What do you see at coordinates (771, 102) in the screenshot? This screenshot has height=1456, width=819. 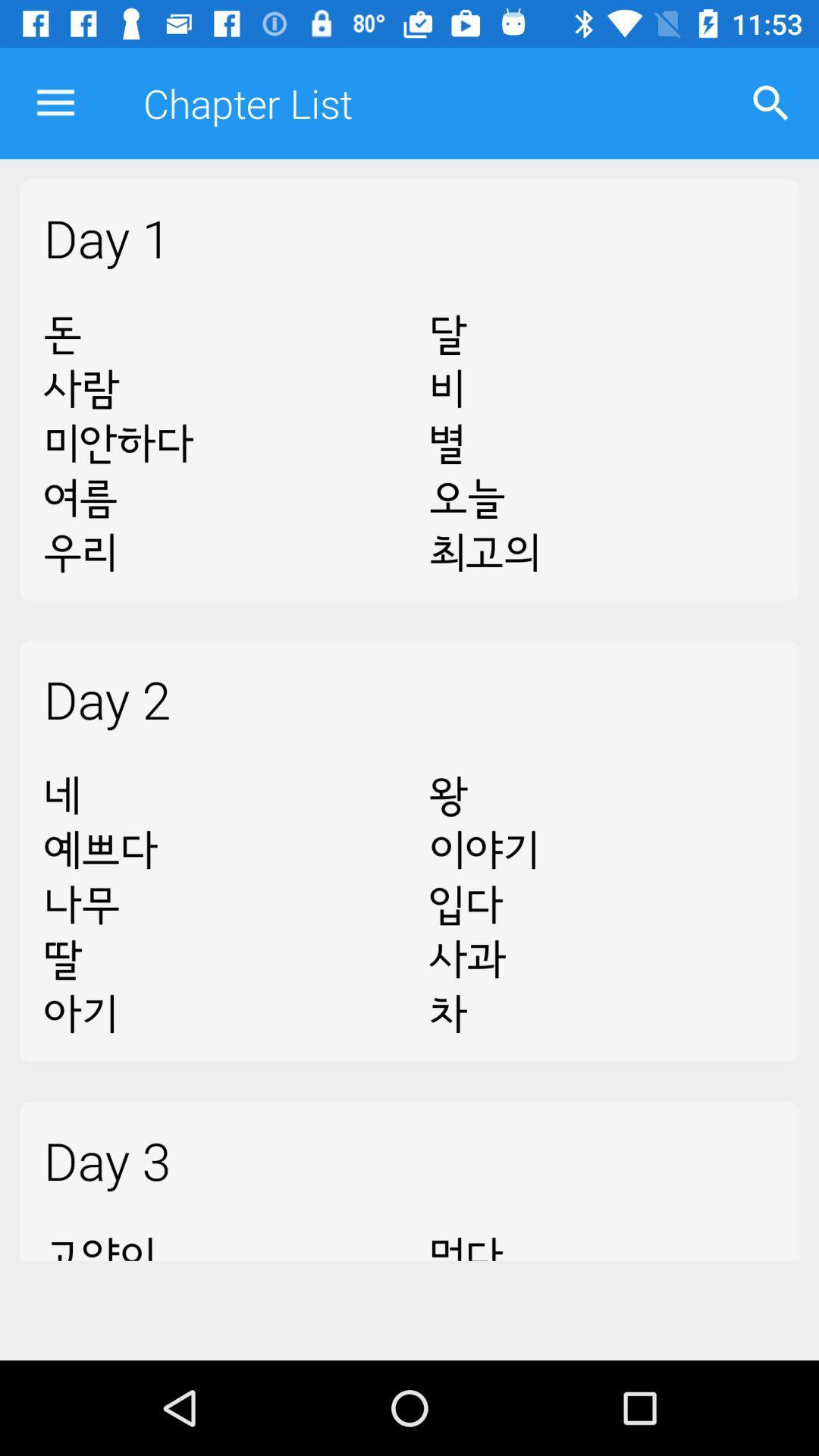 I see `item to the right of the chapter list icon` at bounding box center [771, 102].